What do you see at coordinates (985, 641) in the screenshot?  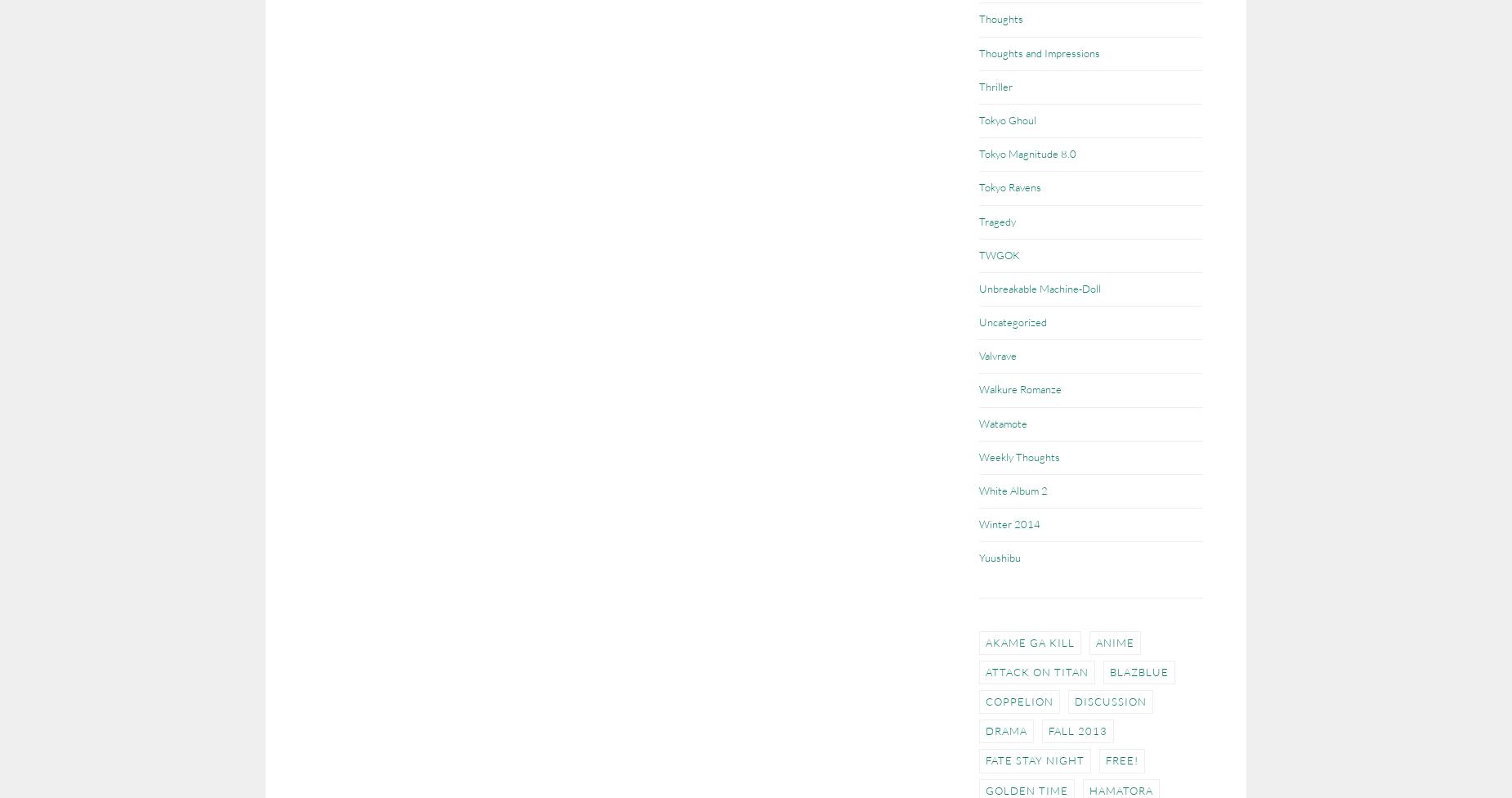 I see `'Akame ga Kill'` at bounding box center [985, 641].